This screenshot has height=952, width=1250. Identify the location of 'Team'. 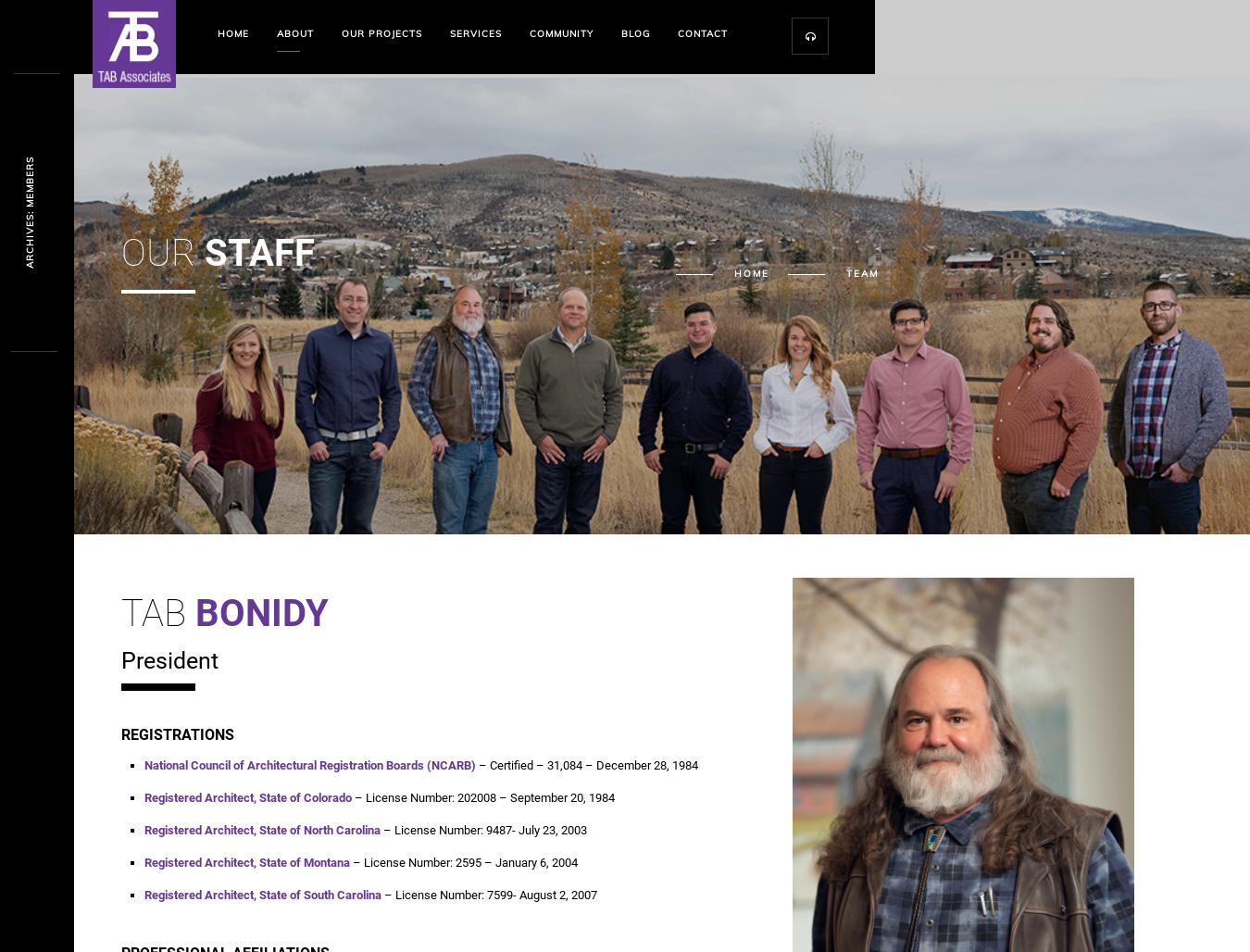
(860, 273).